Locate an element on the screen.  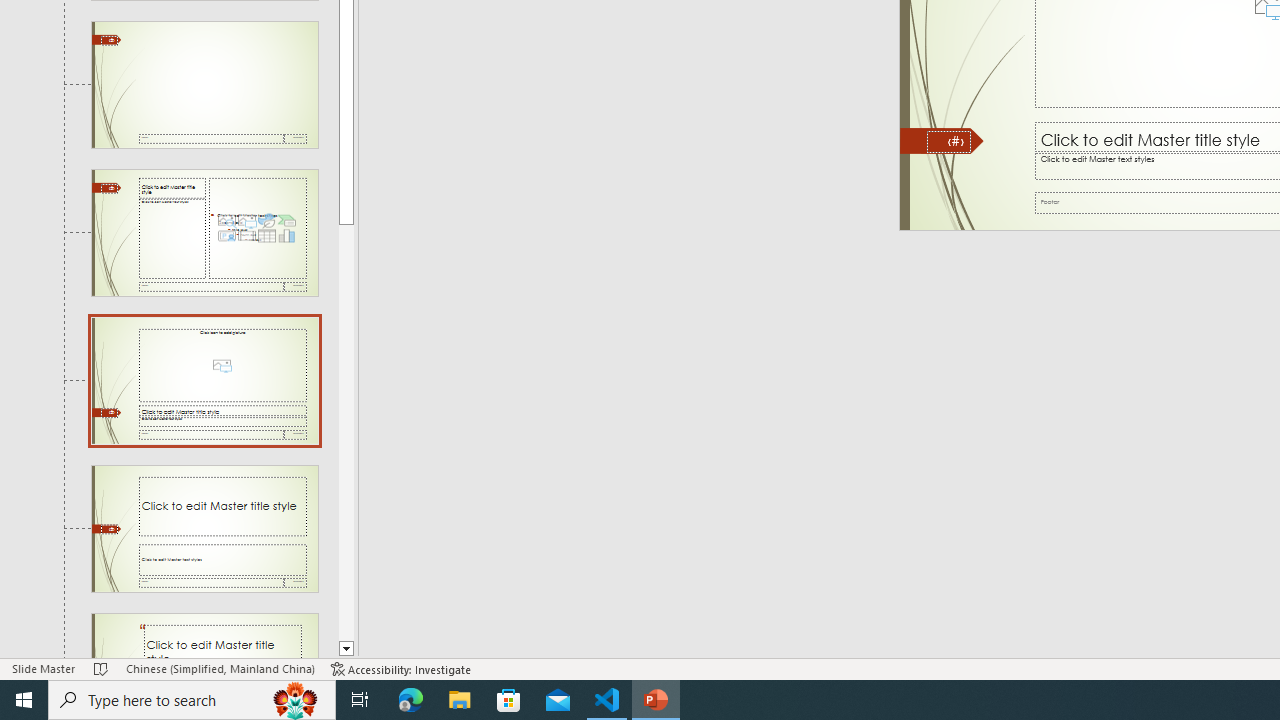
'Freeform 11' is located at coordinates (941, 140).